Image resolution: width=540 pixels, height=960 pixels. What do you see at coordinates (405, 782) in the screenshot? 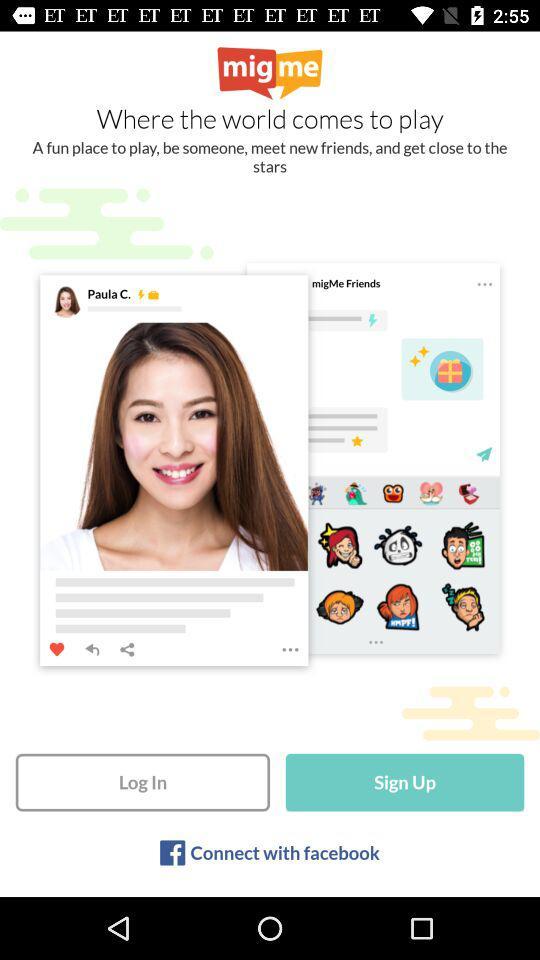
I see `the icon above connect with facebook` at bounding box center [405, 782].